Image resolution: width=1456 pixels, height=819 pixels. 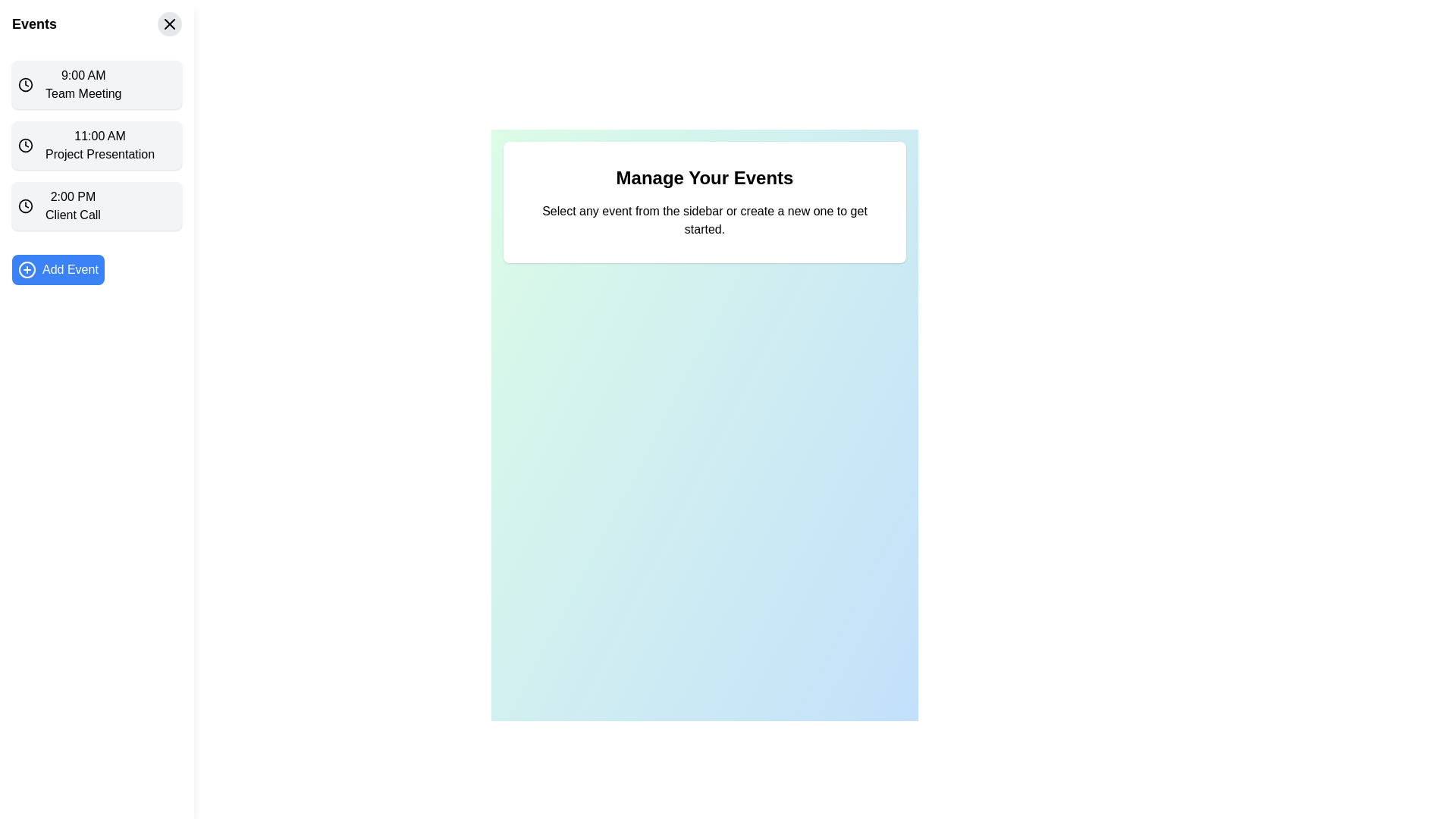 I want to click on the text label below '2:00 PM' in the third event entry of the sidebar, so click(x=72, y=215).